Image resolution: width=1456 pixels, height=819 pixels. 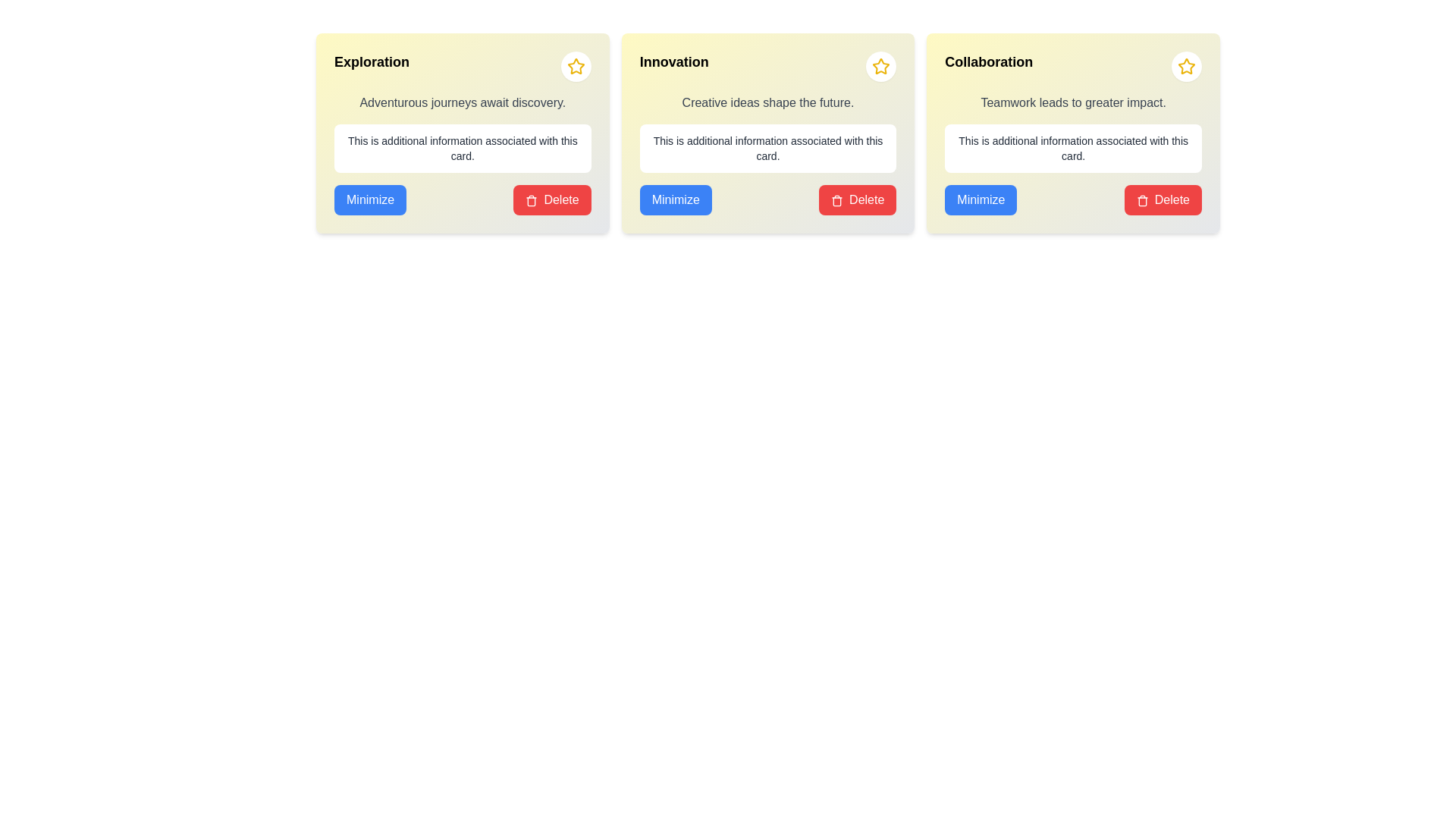 I want to click on the delete icon located on the 'Delete' button within the middle card labeled 'Innovation', which is positioned to the left of the button's text, so click(x=836, y=199).